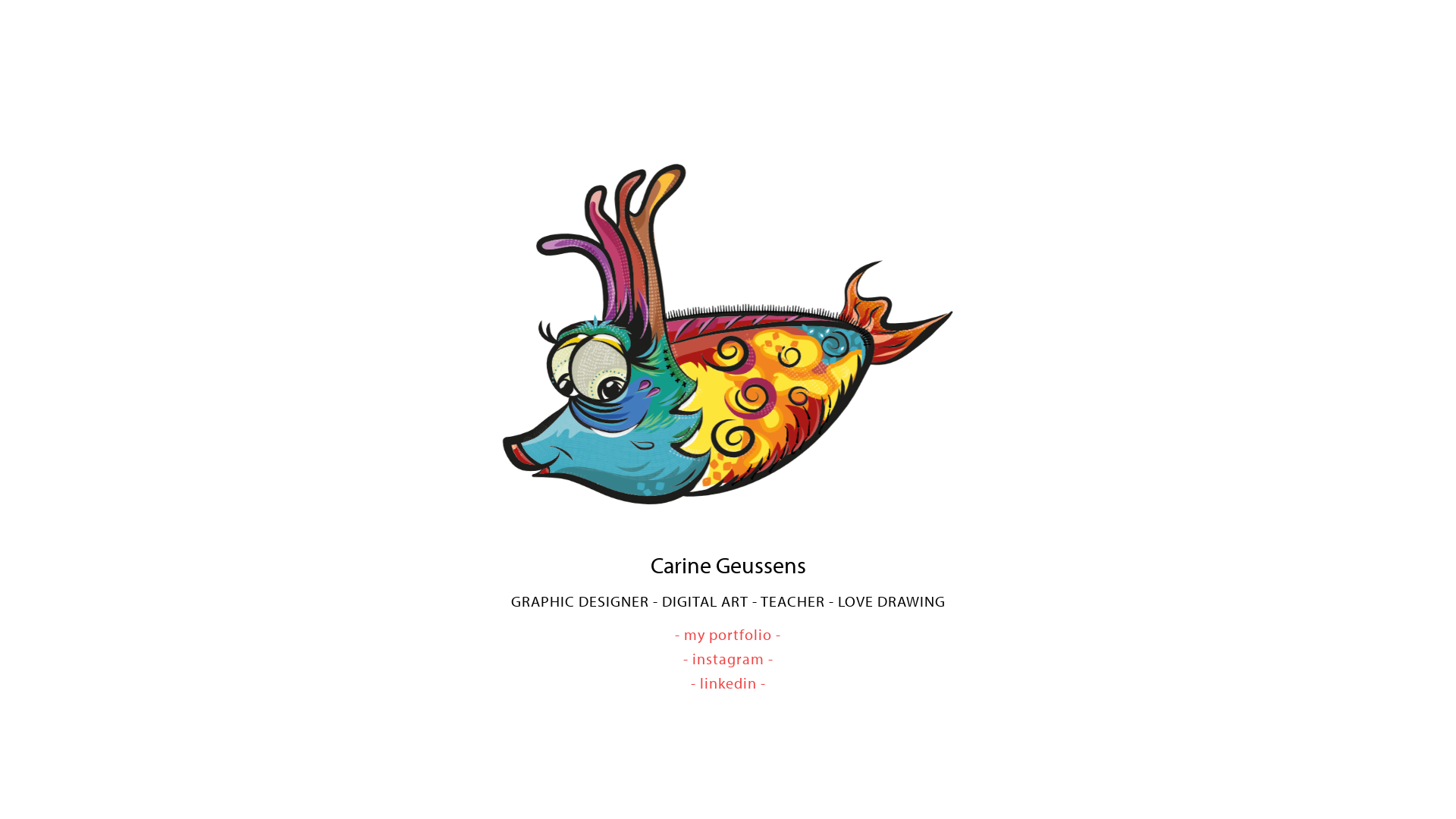 This screenshot has height=819, width=1456. What do you see at coordinates (726, 657) in the screenshot?
I see `'- instagram -'` at bounding box center [726, 657].